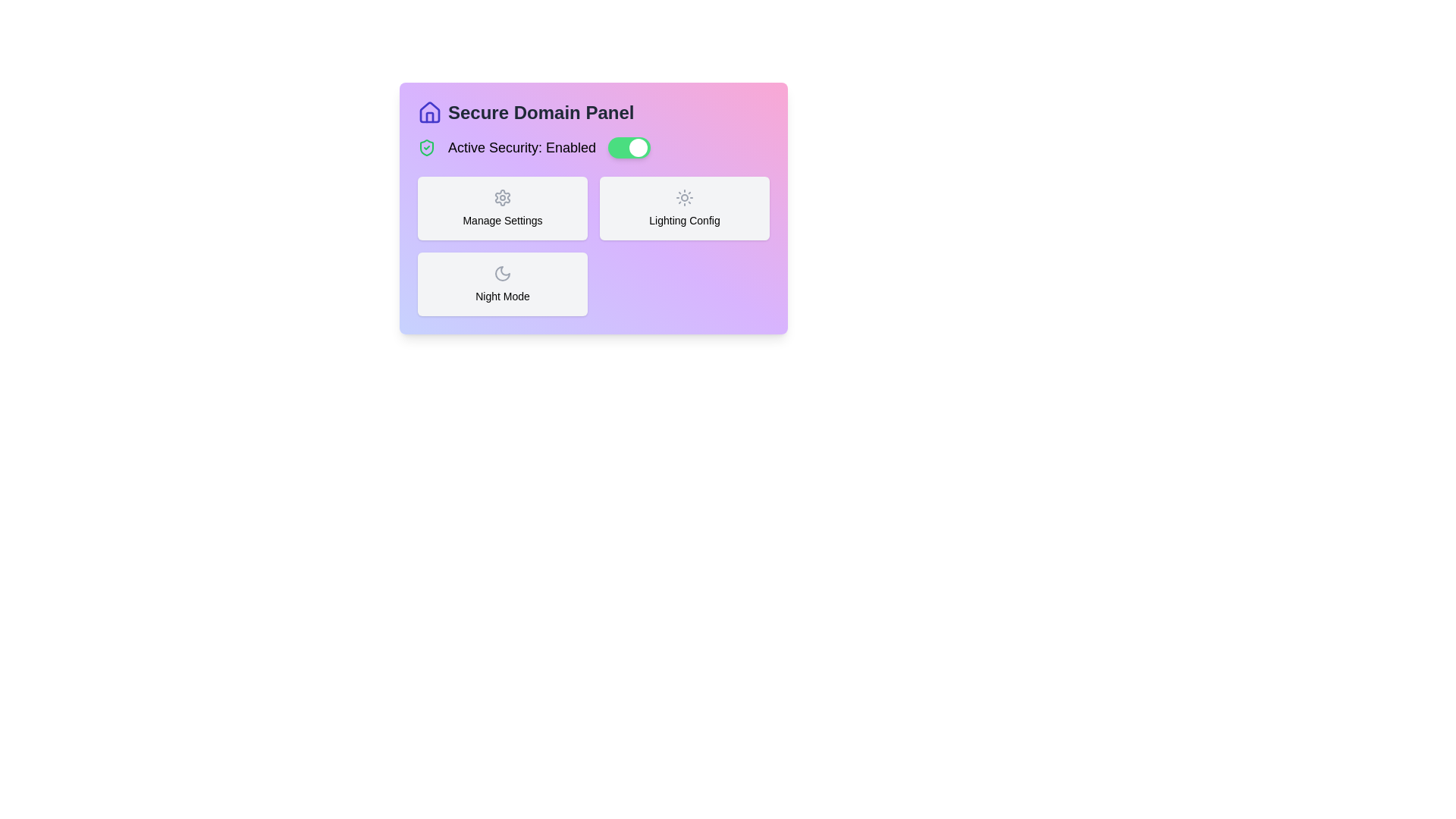 This screenshot has width=1456, height=819. What do you see at coordinates (425, 148) in the screenshot?
I see `the green shield icon with a checkmark inside, located to the left of the 'Active Security: Enabled' label in the 'Secure Domain Panel' for status indication` at bounding box center [425, 148].